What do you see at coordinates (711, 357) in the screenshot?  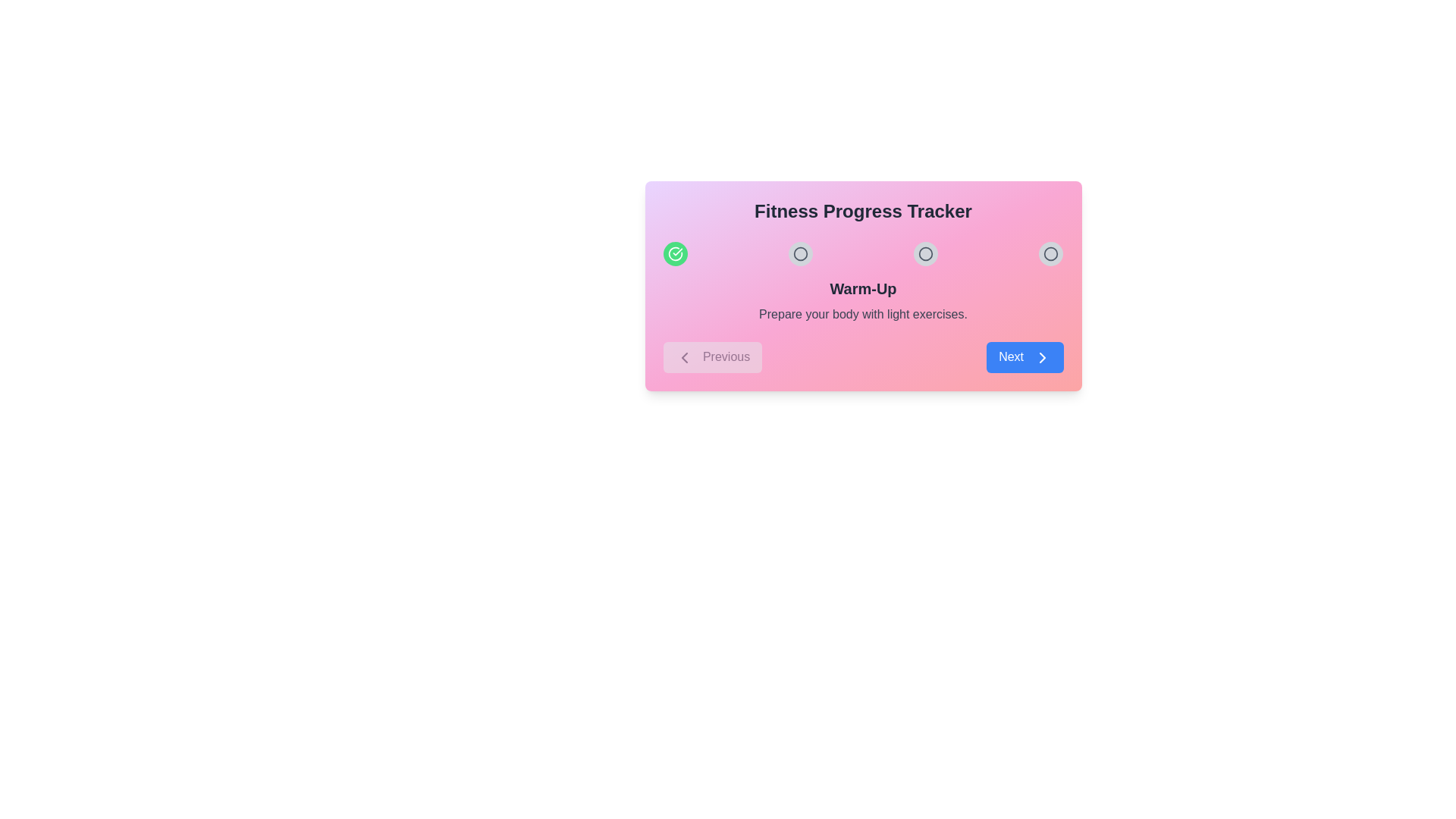 I see `the 'Previous' button, which is a rectangular button with rounded corners, light gray background, grey text reading 'Previous', and a leftward arrow icon, located at the bottom left of the interface` at bounding box center [711, 357].